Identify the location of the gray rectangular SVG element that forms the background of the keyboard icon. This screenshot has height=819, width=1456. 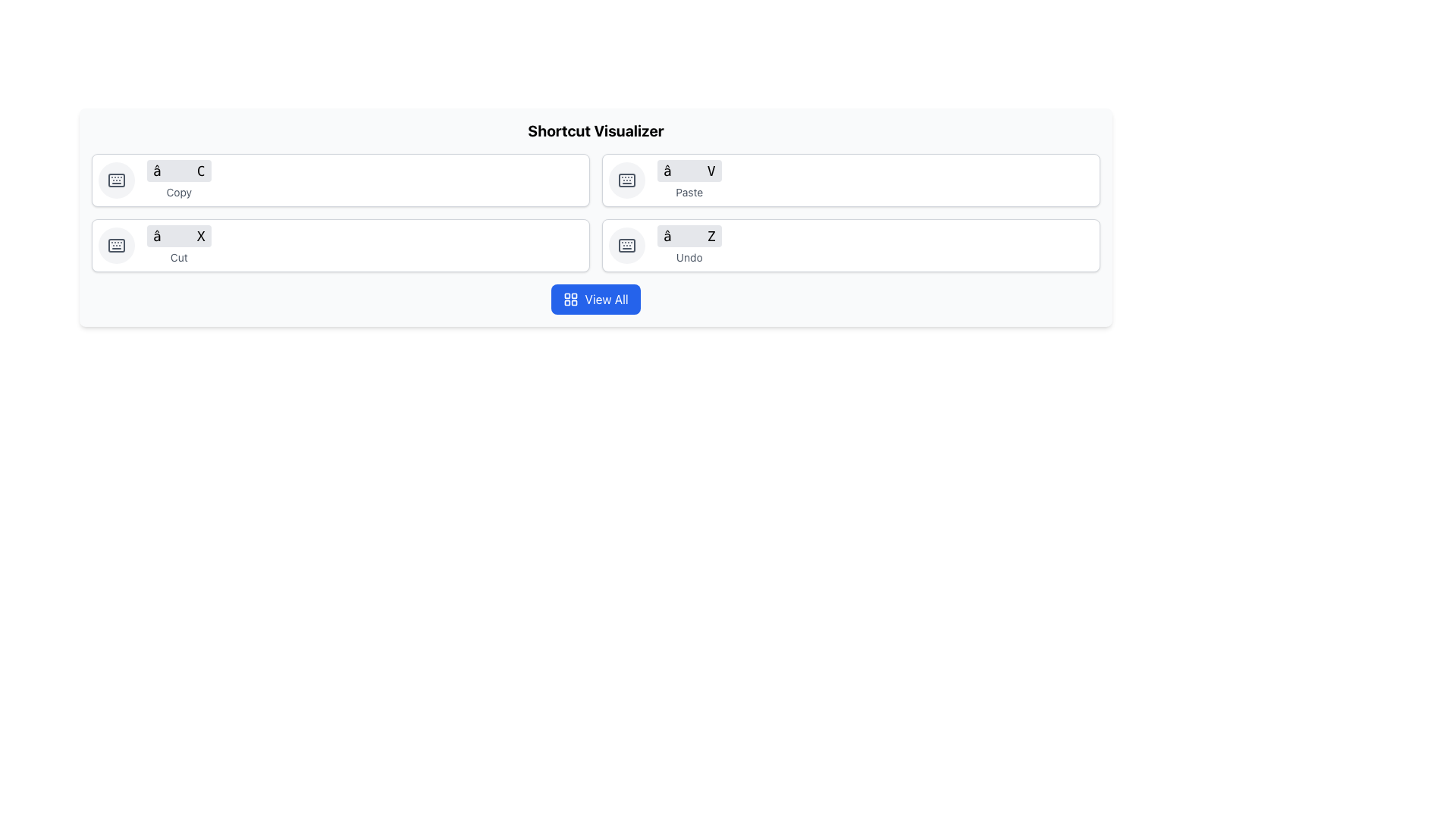
(626, 180).